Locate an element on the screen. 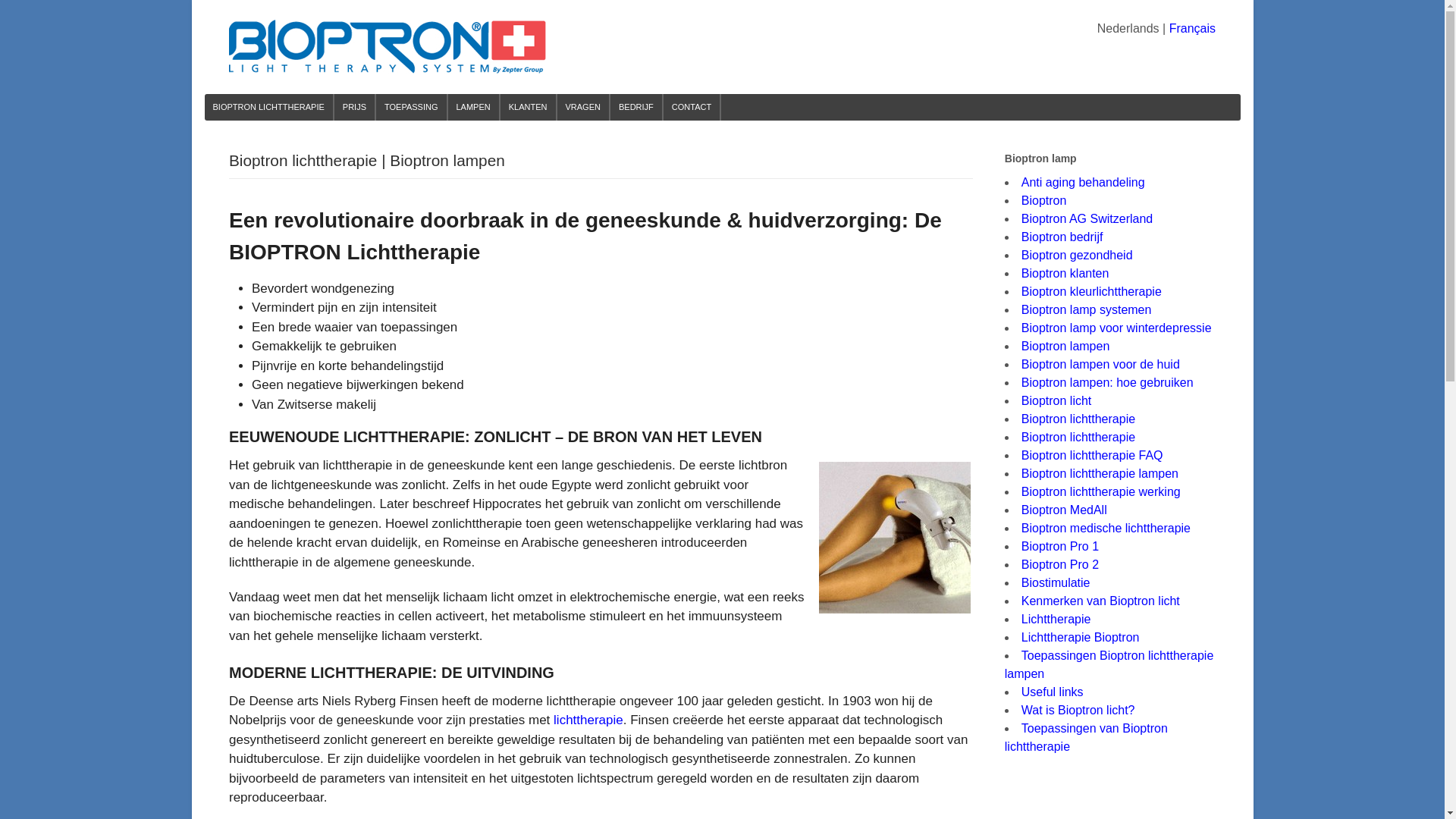 The height and width of the screenshot is (819, 1456). 'PRIJS' is located at coordinates (353, 106).